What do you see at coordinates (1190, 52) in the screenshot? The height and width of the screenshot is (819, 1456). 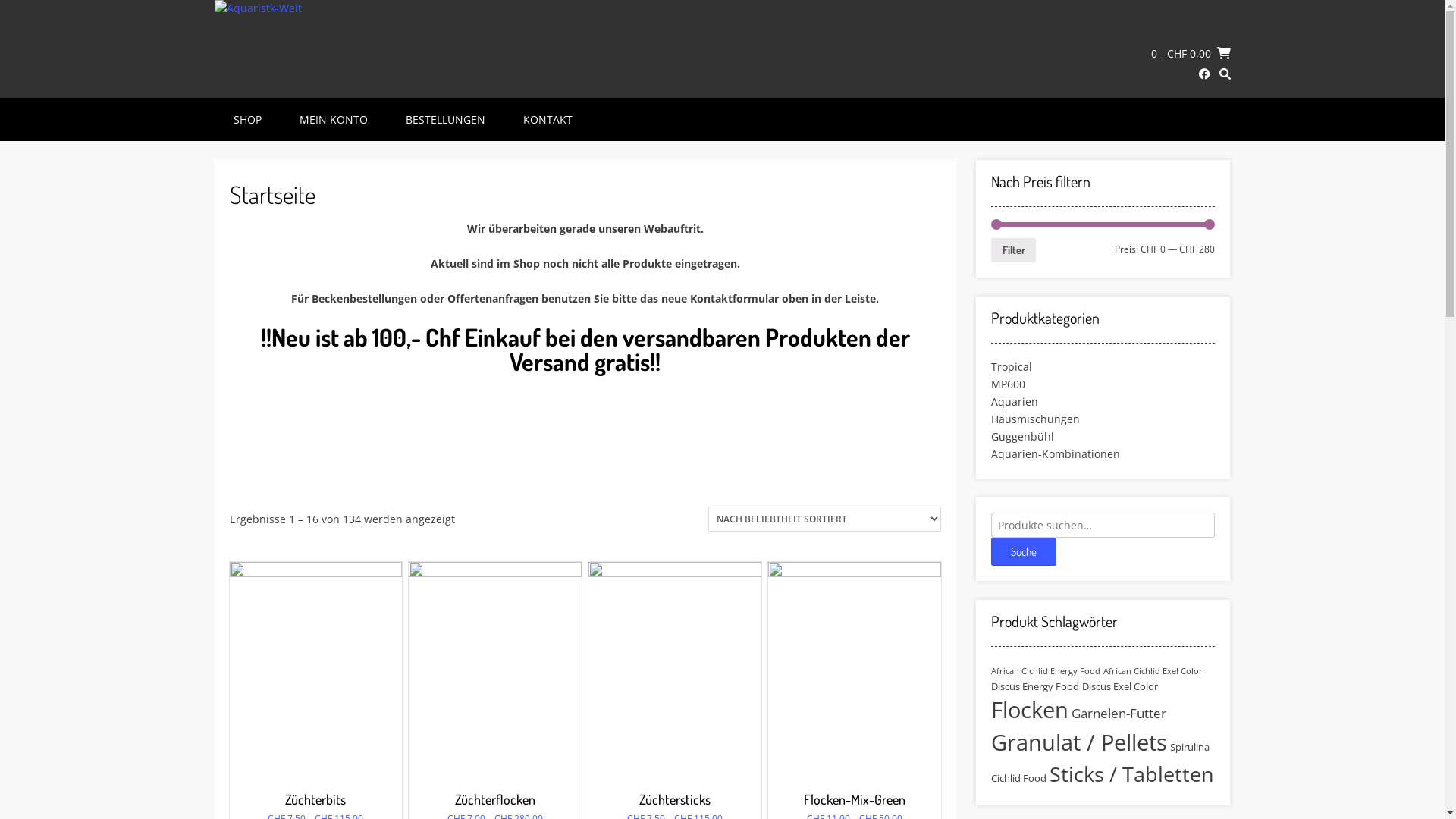 I see `'0 - CHF 0,00'` at bounding box center [1190, 52].